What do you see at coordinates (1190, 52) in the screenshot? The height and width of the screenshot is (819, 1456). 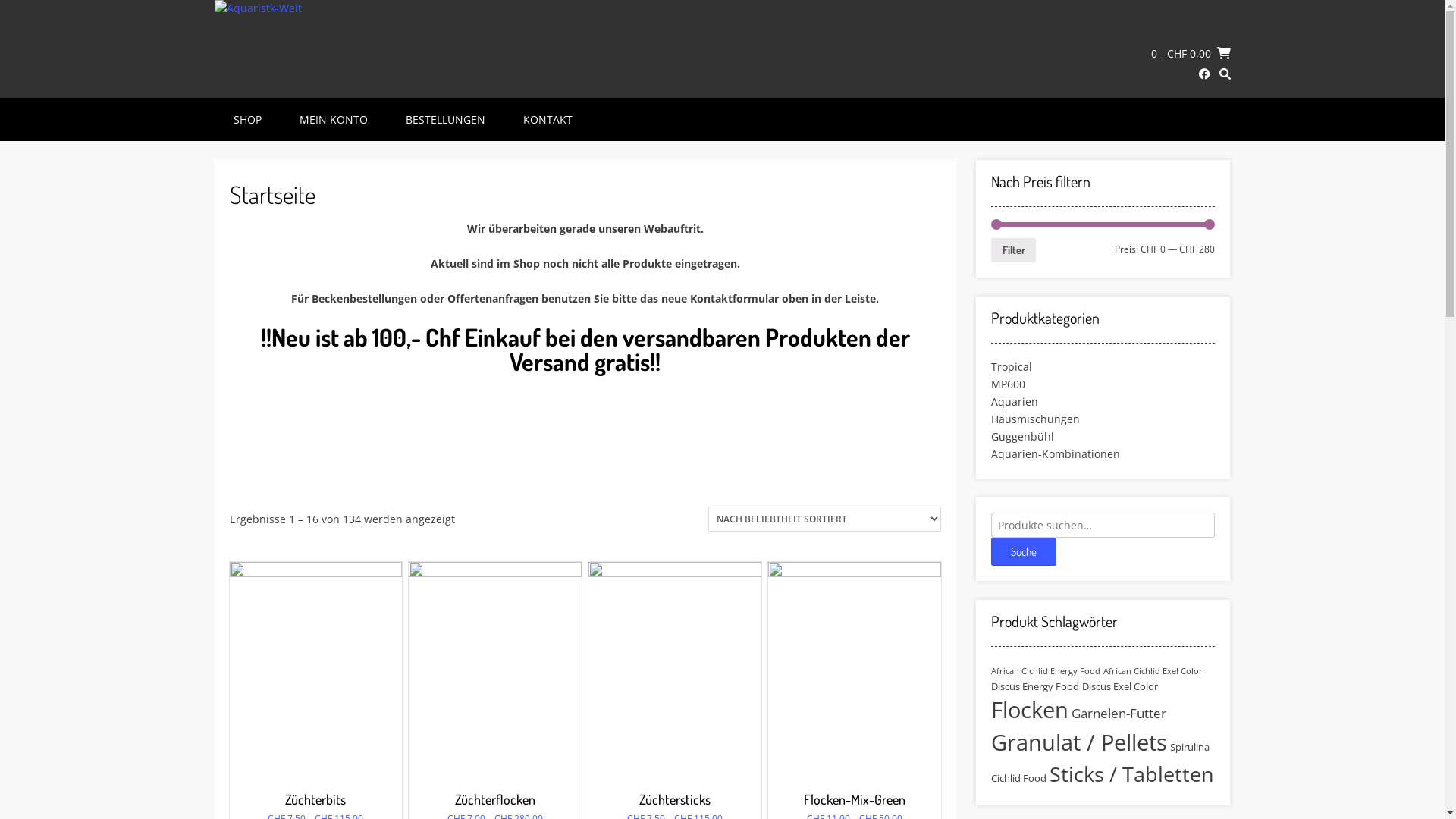 I see `'0 - CHF 0,00'` at bounding box center [1190, 52].